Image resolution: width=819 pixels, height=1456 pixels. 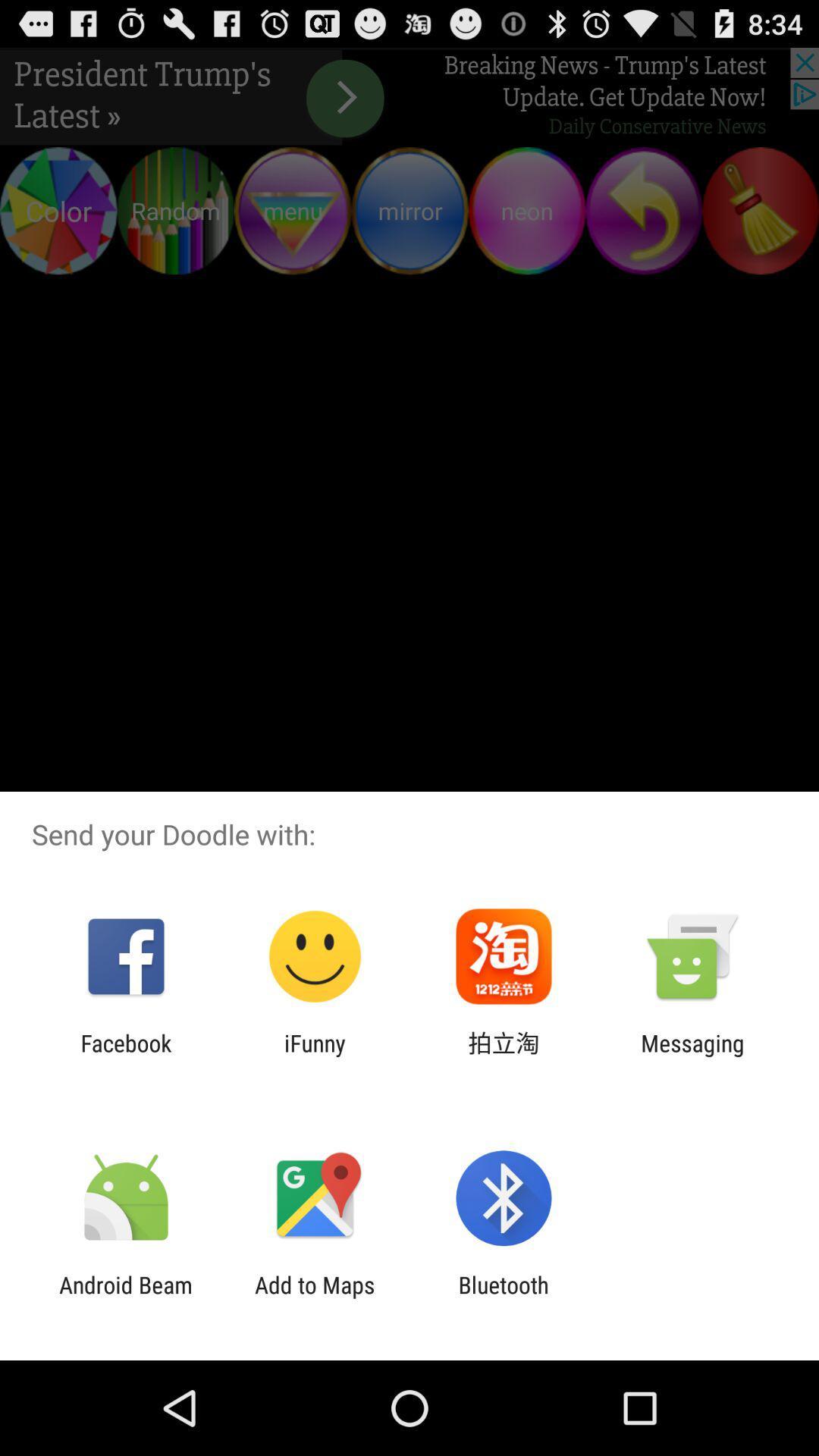 I want to click on facebook, so click(x=125, y=1056).